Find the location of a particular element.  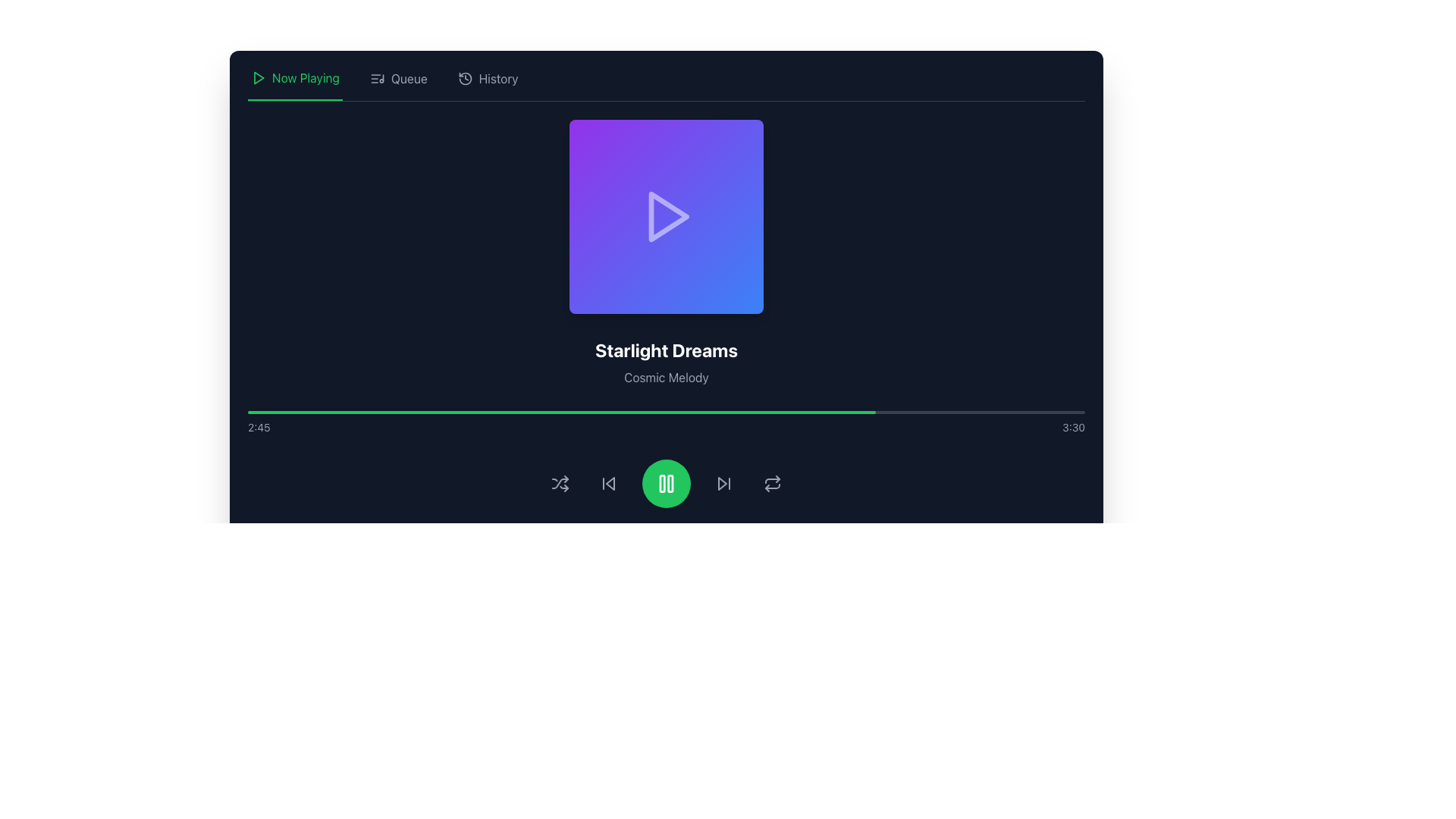

the progress bar is located at coordinates (824, 412).